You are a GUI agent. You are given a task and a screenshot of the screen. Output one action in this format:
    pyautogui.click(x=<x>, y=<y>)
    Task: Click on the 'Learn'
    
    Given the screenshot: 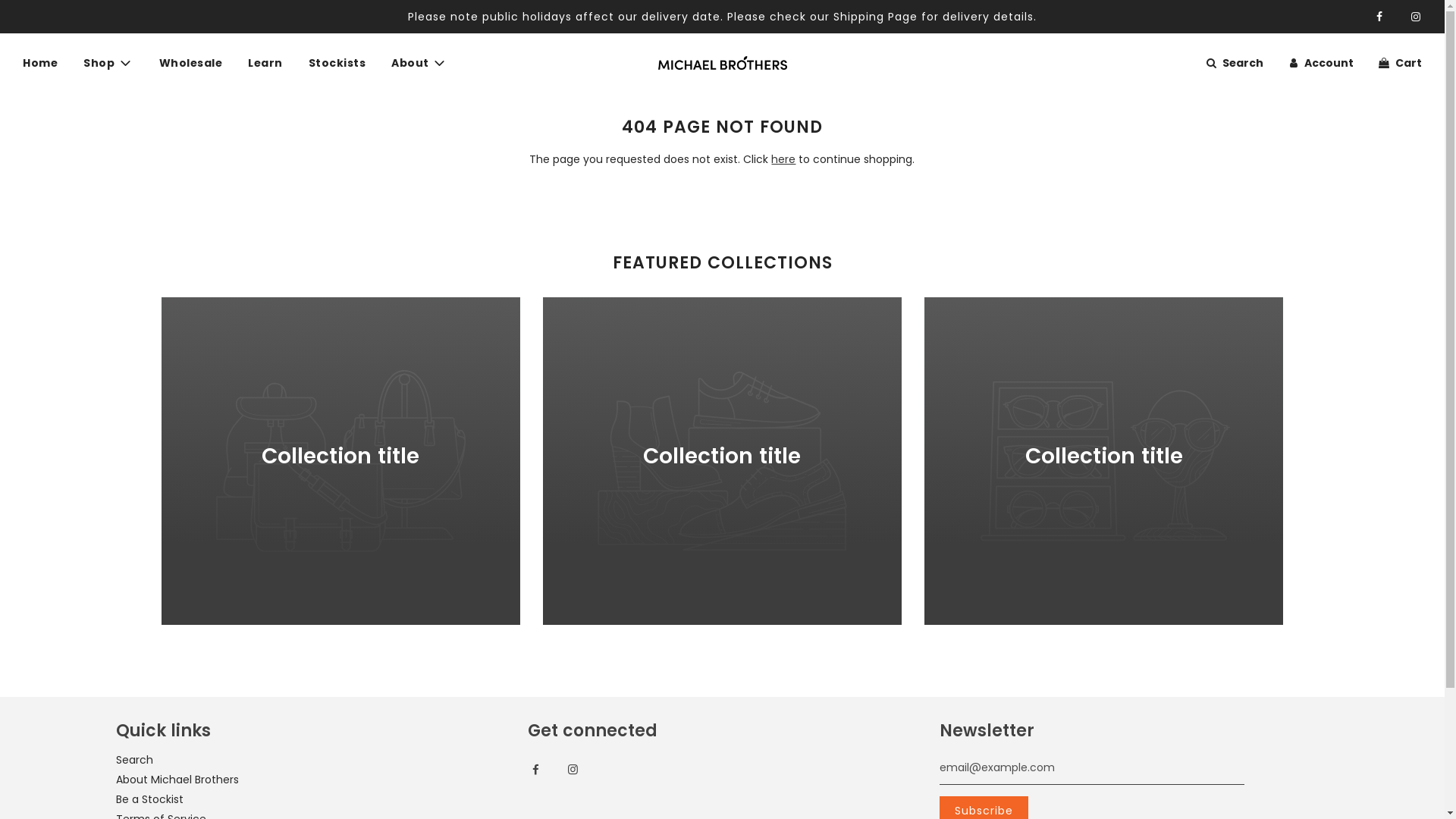 What is the action you would take?
    pyautogui.click(x=265, y=62)
    